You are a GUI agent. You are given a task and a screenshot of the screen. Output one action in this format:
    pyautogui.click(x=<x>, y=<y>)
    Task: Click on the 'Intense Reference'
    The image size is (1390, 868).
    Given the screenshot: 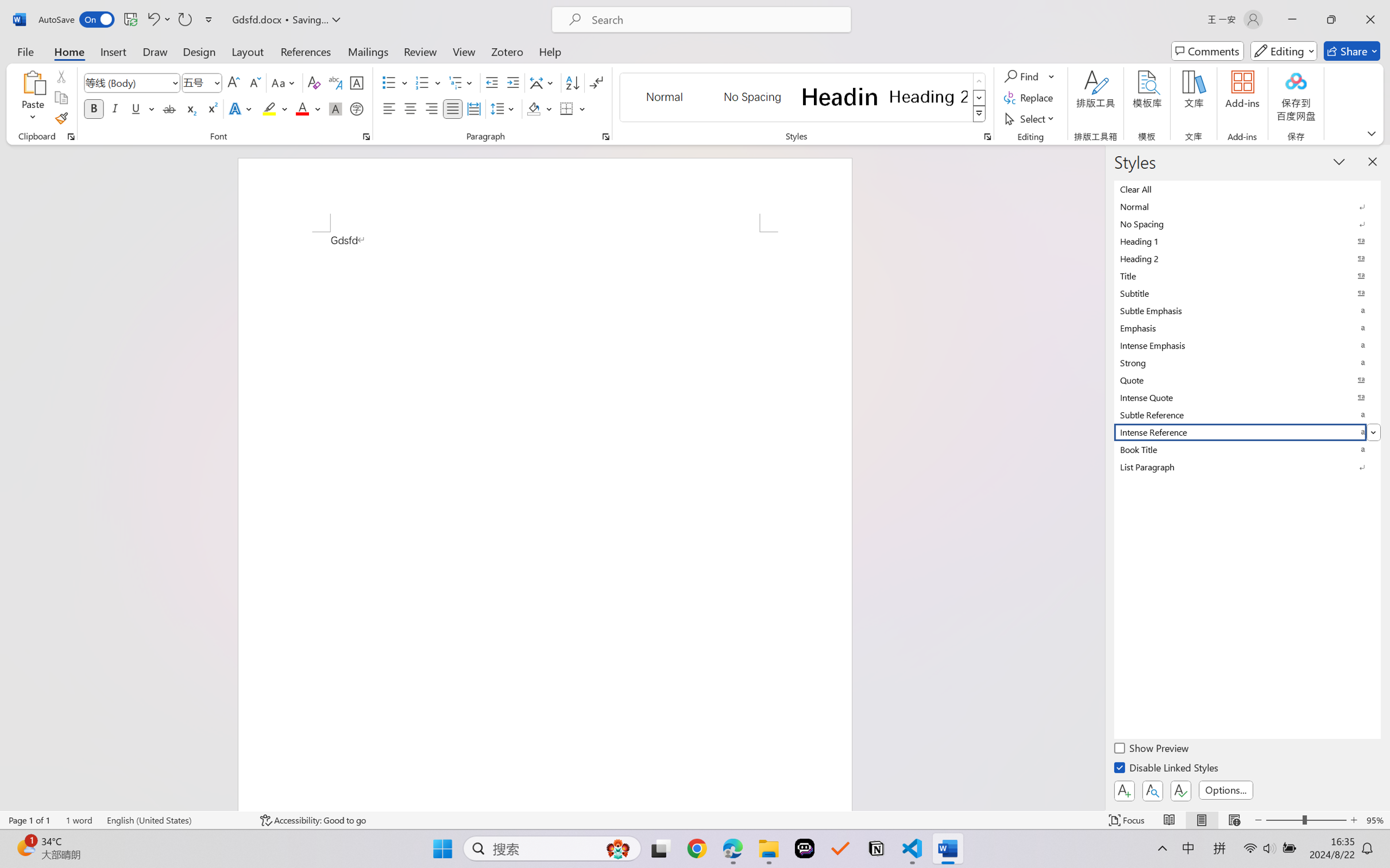 What is the action you would take?
    pyautogui.click(x=1247, y=432)
    